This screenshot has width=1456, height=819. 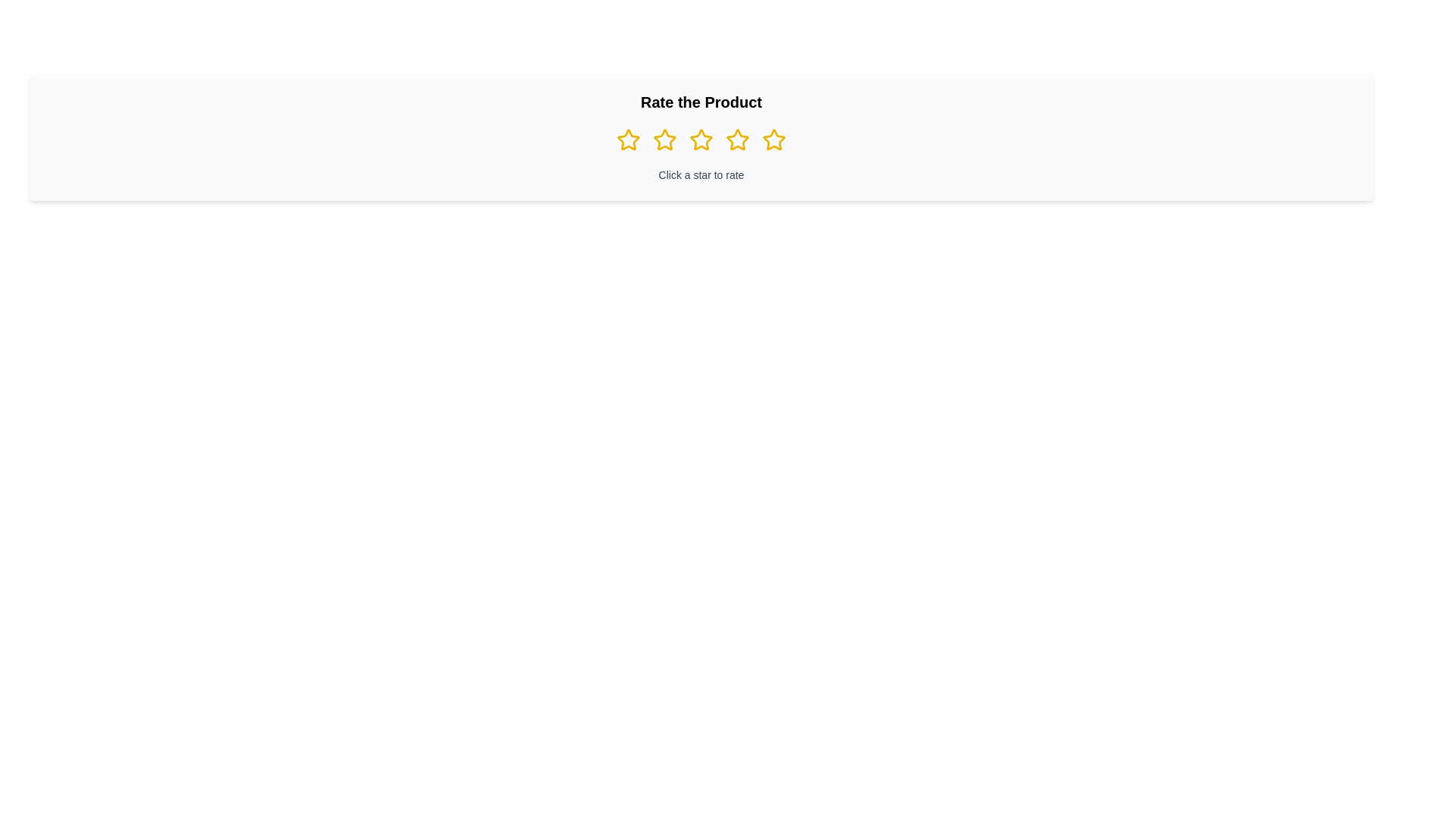 What do you see at coordinates (701, 140) in the screenshot?
I see `the third star in the rating system` at bounding box center [701, 140].